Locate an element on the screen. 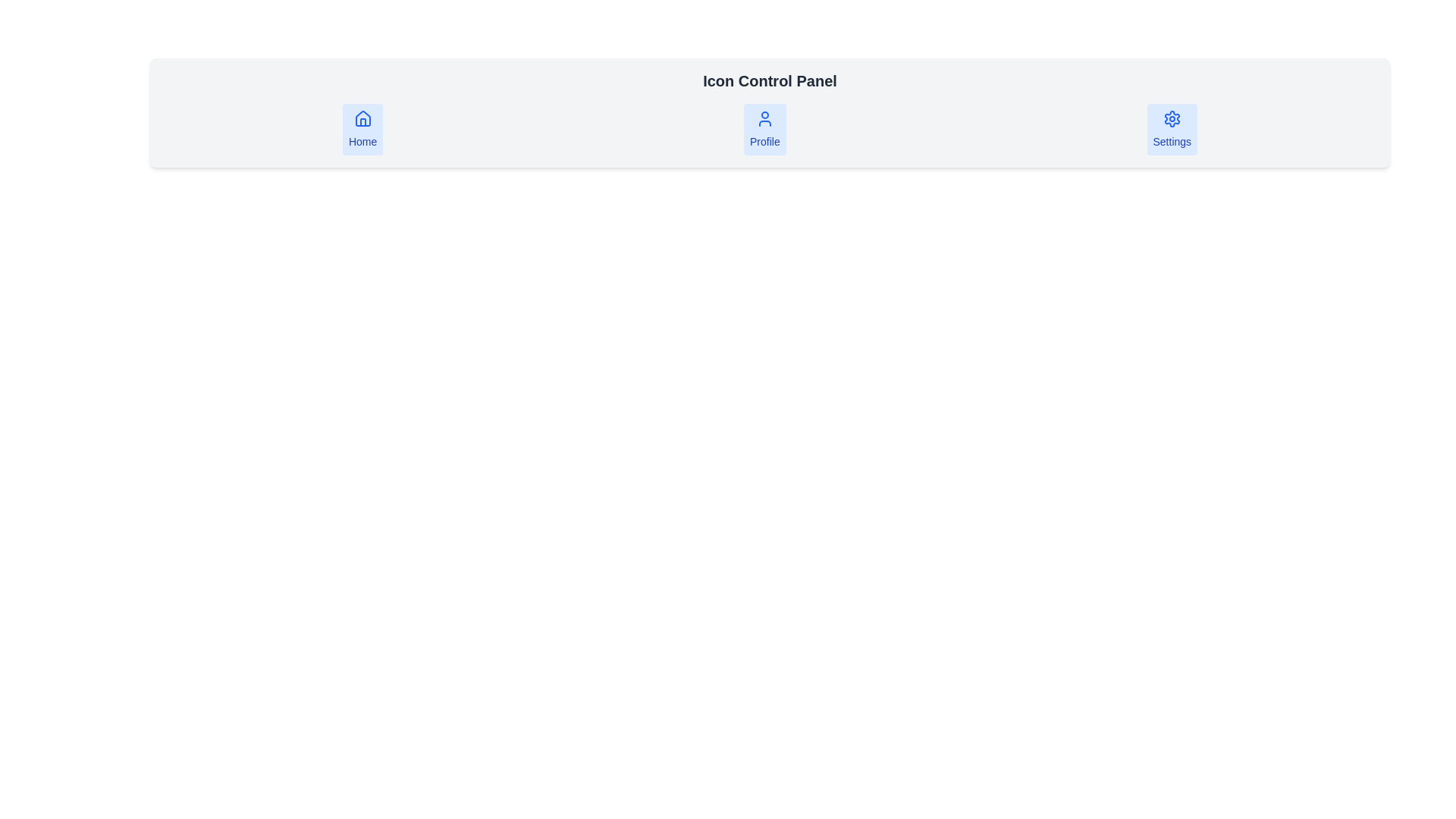  the house icon located in the leftmost position of the horizontal navigation bar is located at coordinates (362, 118).